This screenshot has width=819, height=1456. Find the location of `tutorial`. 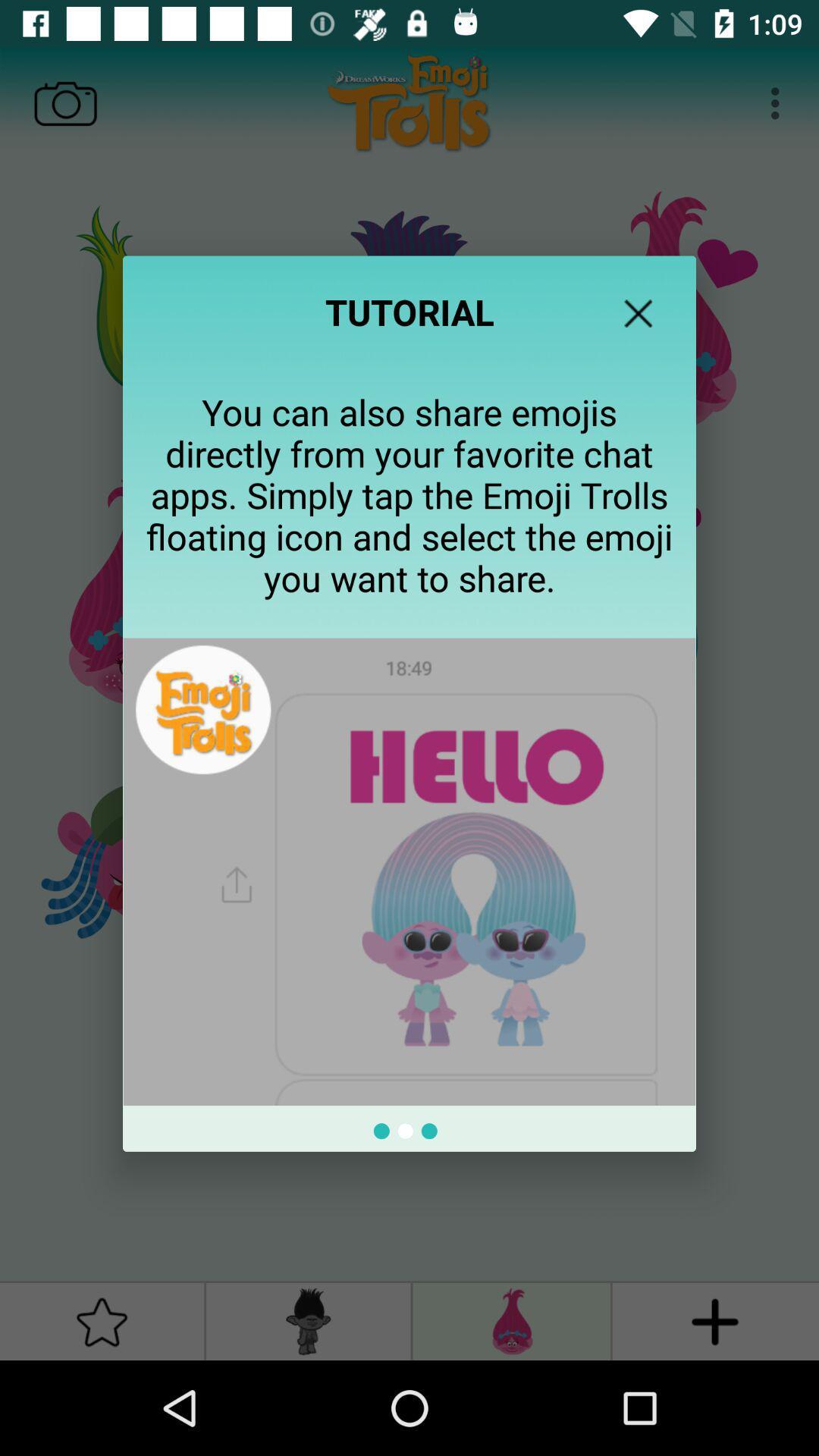

tutorial is located at coordinates (638, 312).